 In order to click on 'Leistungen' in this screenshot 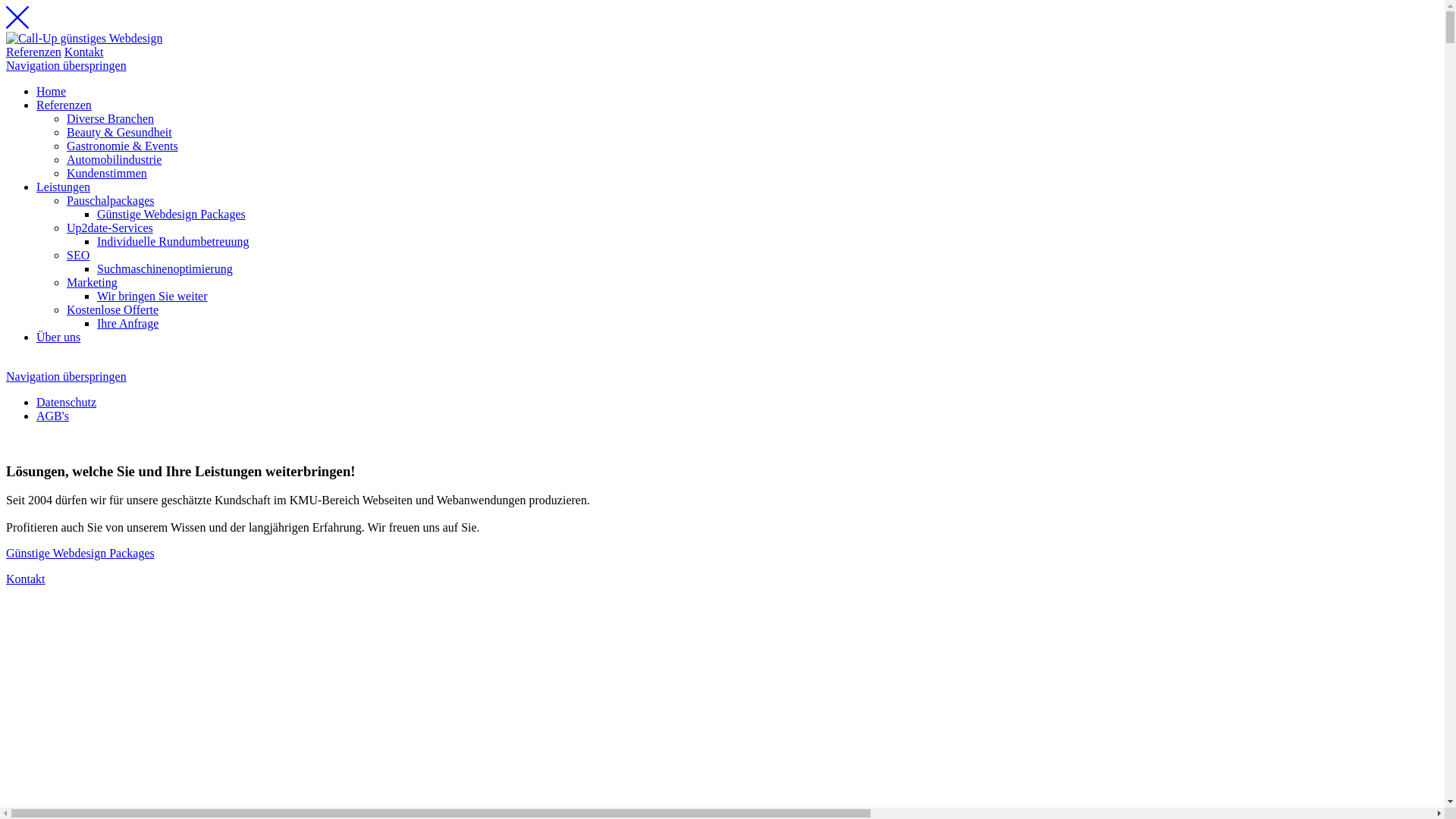, I will do `click(62, 186)`.